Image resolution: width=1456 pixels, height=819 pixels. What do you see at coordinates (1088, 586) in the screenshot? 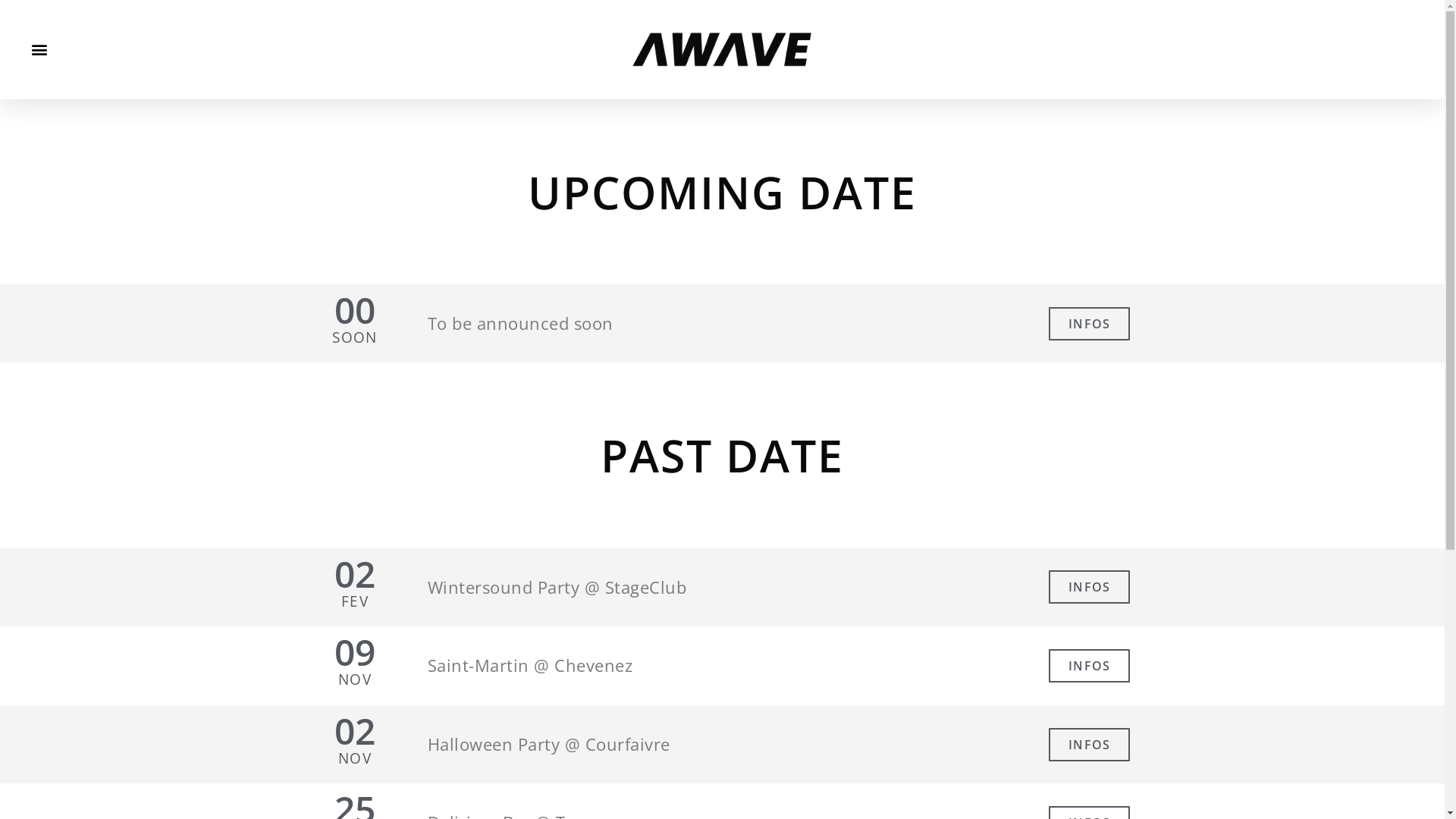
I see `'INFOS'` at bounding box center [1088, 586].